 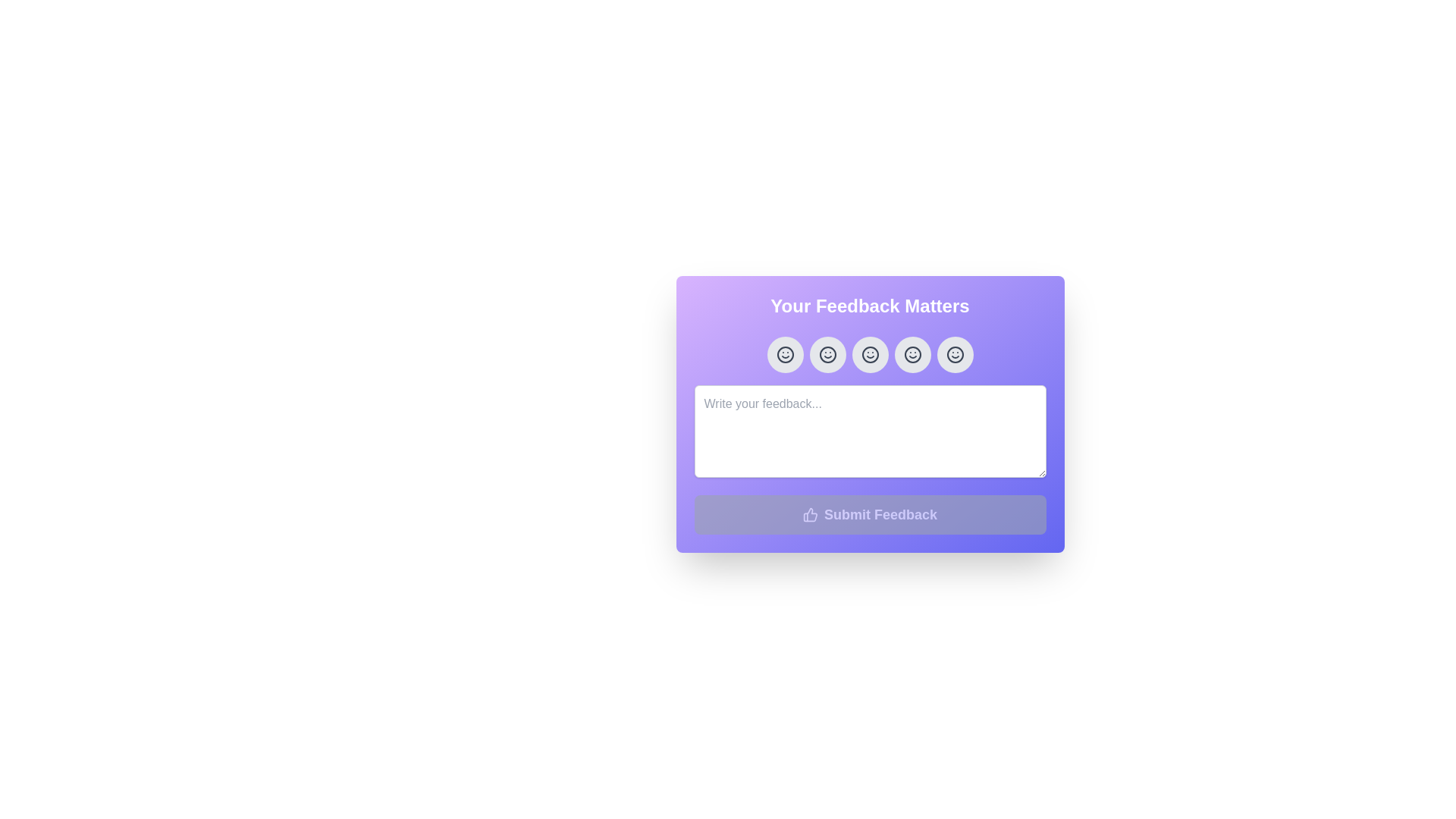 What do you see at coordinates (870, 354) in the screenshot?
I see `the third icon from the left in the feedback input interface` at bounding box center [870, 354].